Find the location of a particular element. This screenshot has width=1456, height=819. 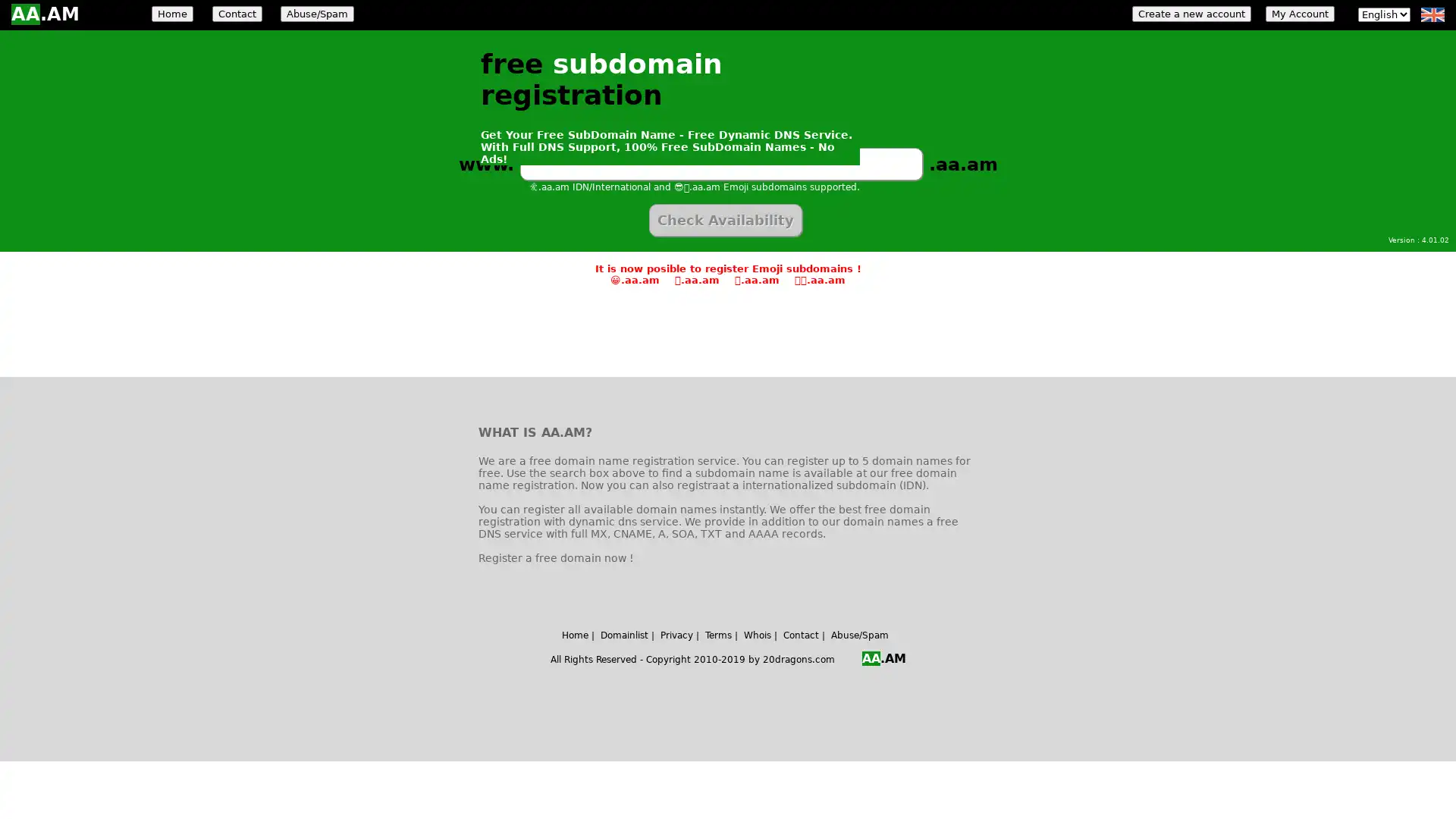

Create a new account is located at coordinates (1191, 14).